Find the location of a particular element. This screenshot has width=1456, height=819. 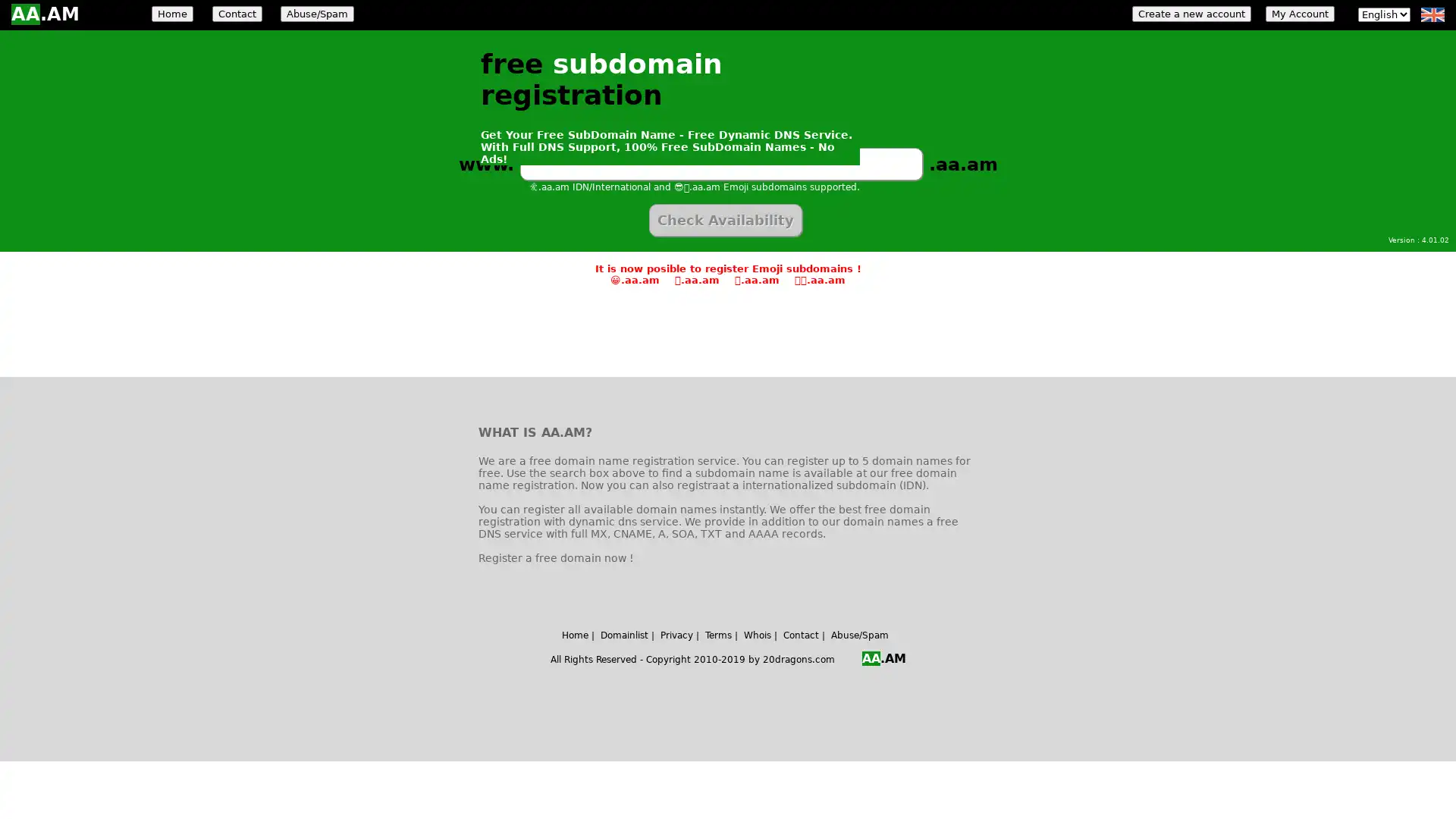

Create a new account is located at coordinates (1191, 14).